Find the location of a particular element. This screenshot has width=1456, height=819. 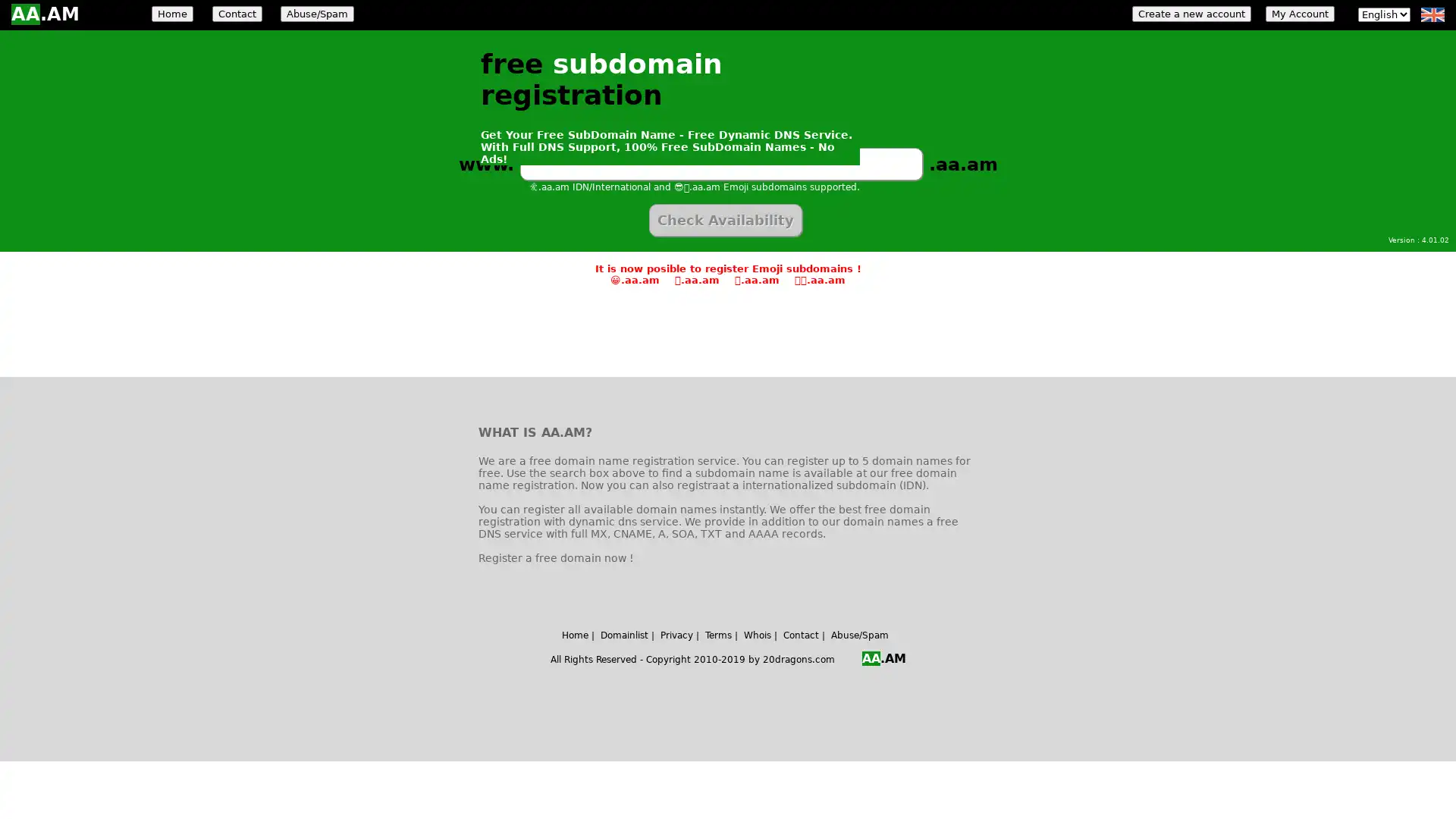

Create a new account is located at coordinates (1191, 14).